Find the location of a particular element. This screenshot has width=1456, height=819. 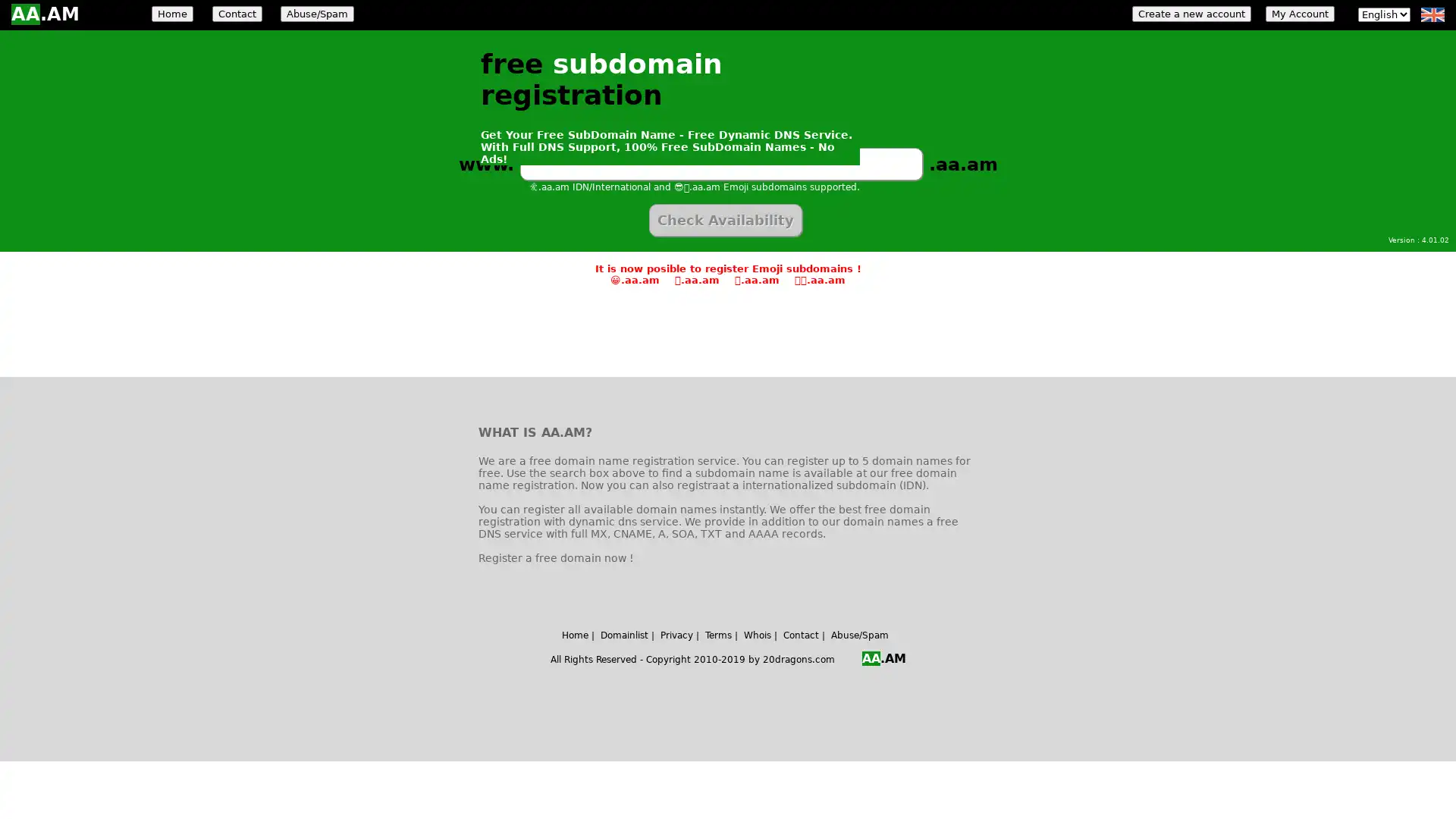

Create a new account is located at coordinates (1191, 14).